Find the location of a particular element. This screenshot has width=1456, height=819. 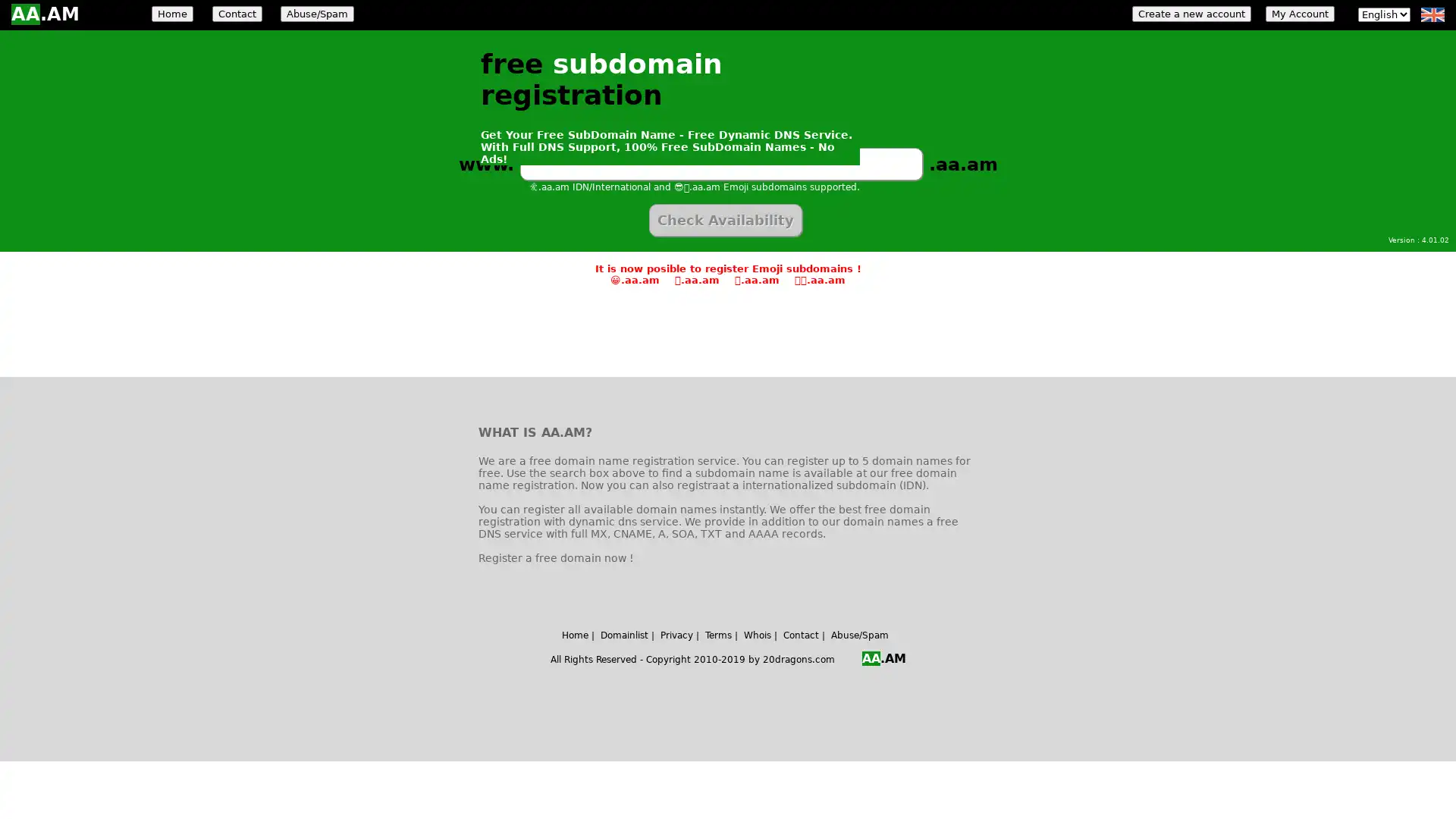

Create a new account is located at coordinates (1191, 14).